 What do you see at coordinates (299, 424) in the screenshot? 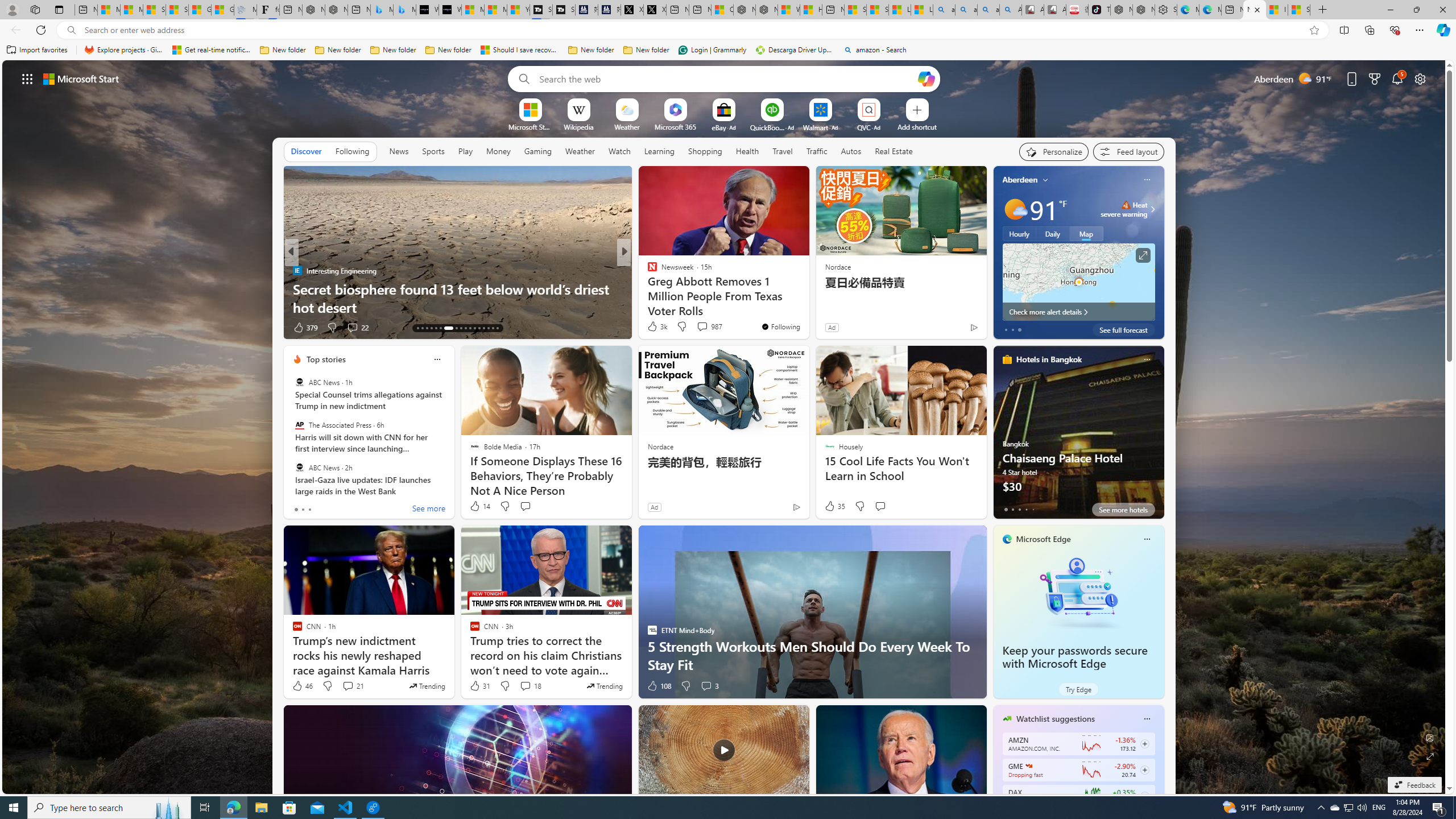
I see `'The Associated Press'` at bounding box center [299, 424].